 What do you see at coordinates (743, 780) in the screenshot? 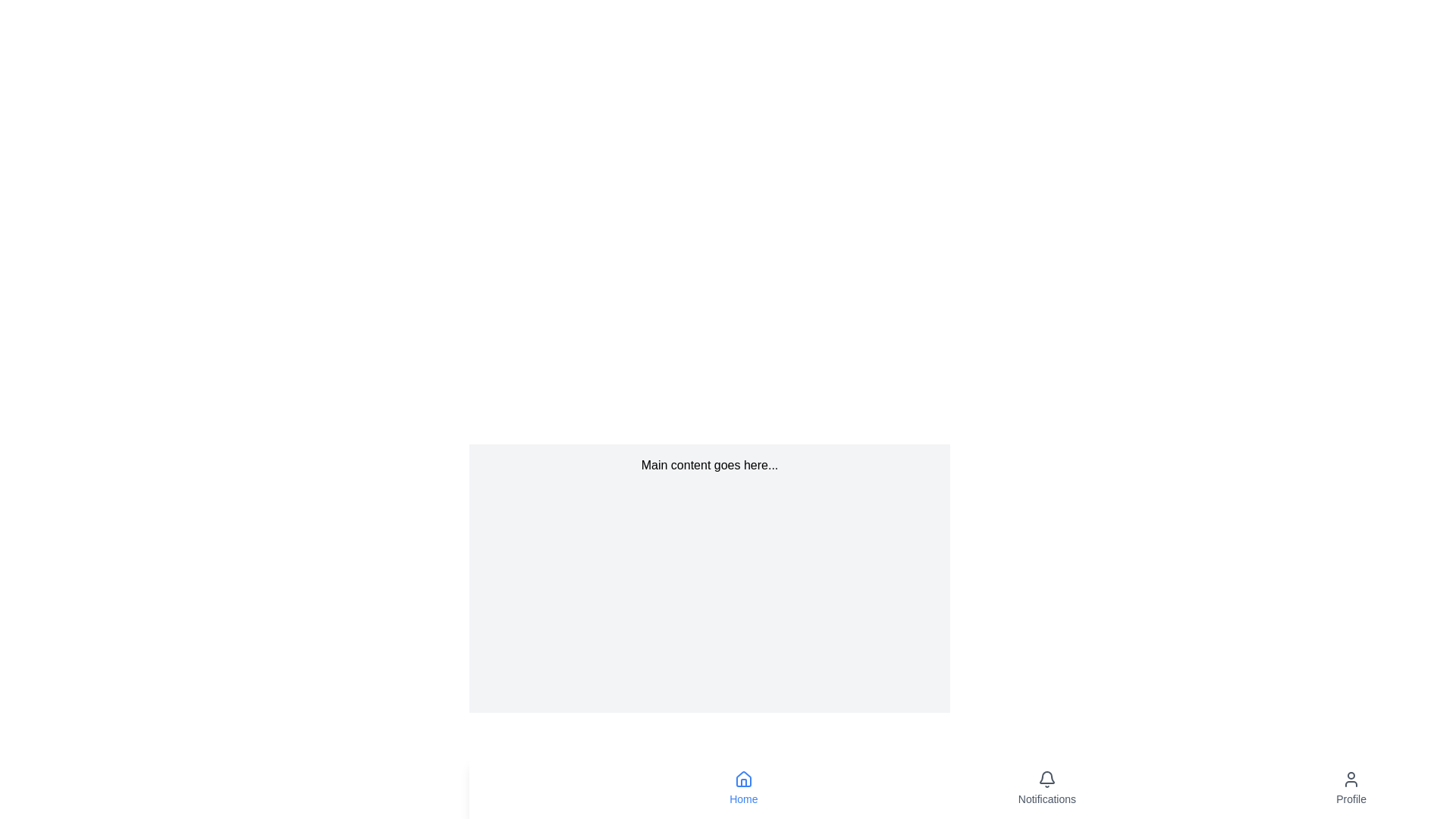
I see `the house-shaped icon in the bottom navigation bar` at bounding box center [743, 780].